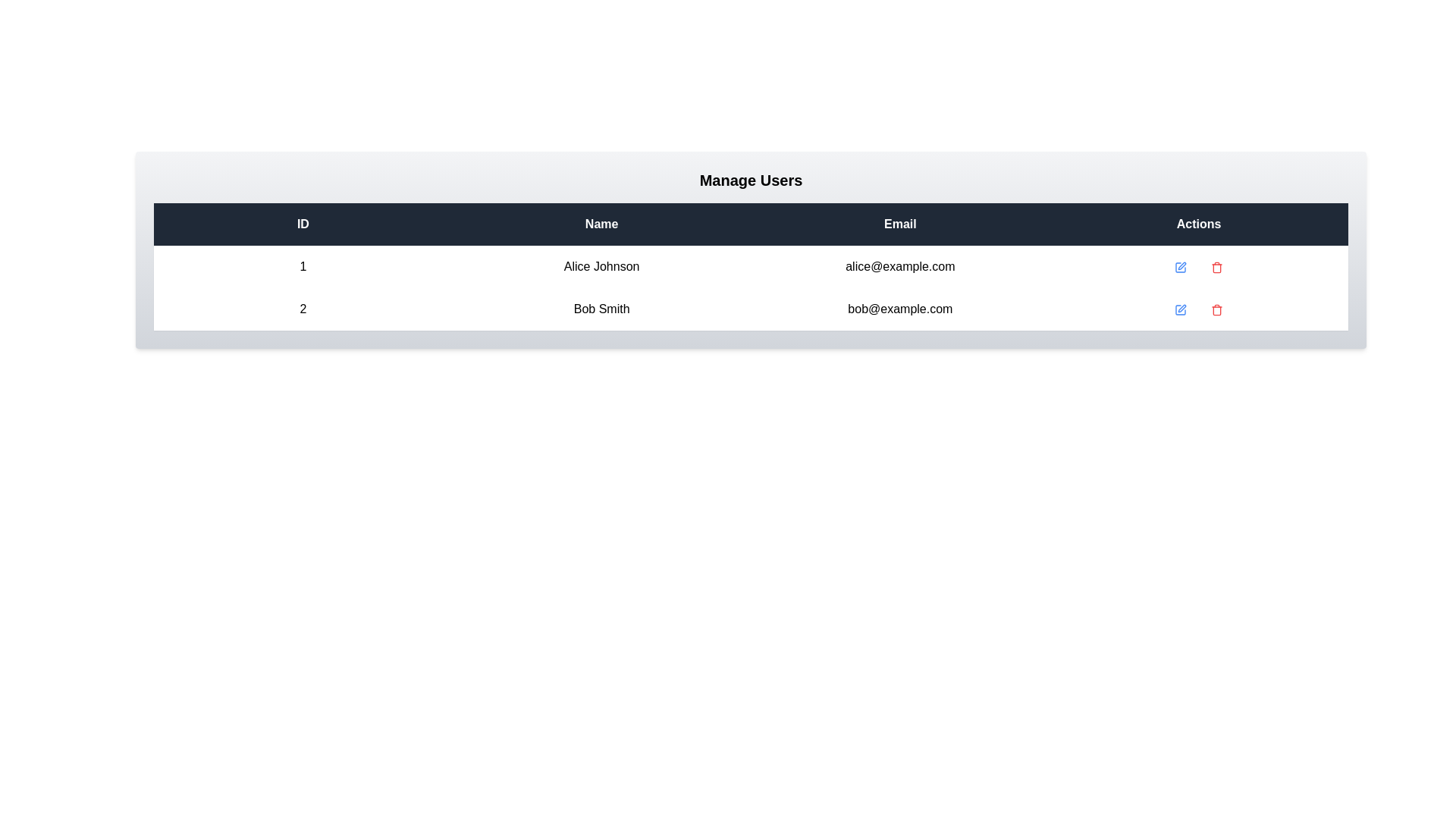  What do you see at coordinates (1180, 265) in the screenshot?
I see `the 'Edit' icon for the user with ID 1` at bounding box center [1180, 265].